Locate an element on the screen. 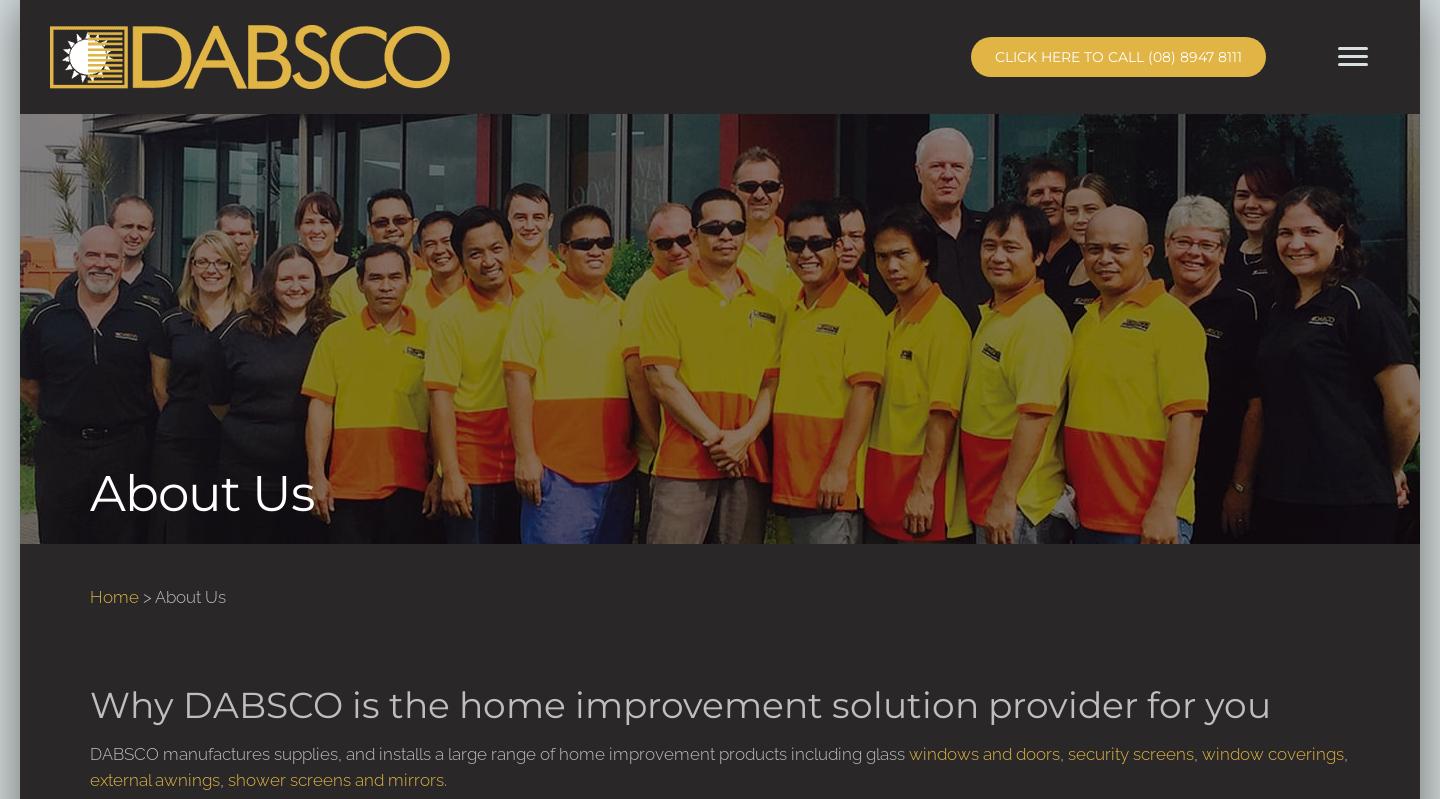  'windows and doors' is located at coordinates (983, 752).